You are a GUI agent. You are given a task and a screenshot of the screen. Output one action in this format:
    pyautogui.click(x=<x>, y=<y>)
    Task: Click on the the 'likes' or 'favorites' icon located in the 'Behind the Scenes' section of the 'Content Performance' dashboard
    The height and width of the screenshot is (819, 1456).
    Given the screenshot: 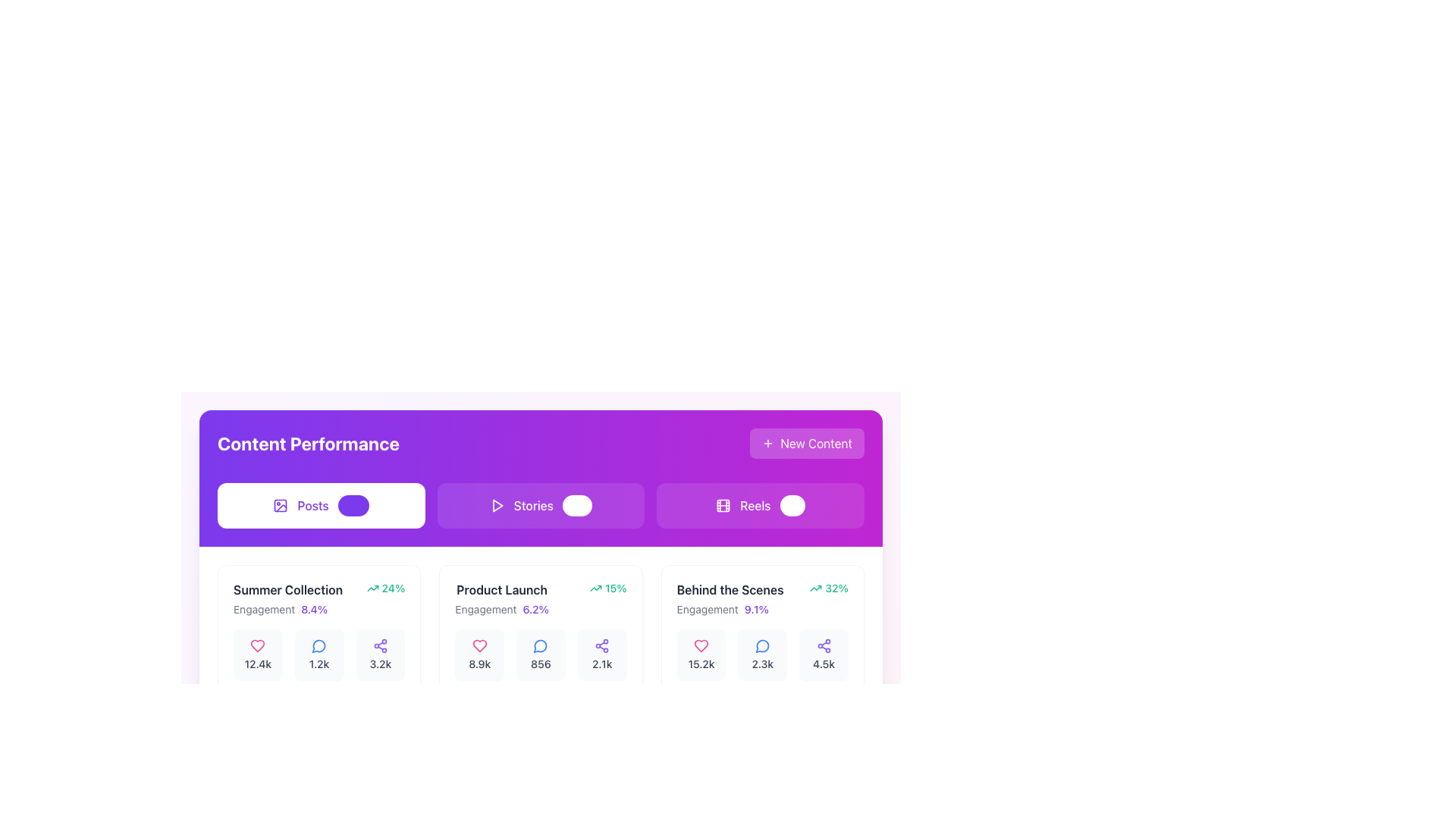 What is the action you would take?
    pyautogui.click(x=701, y=646)
    